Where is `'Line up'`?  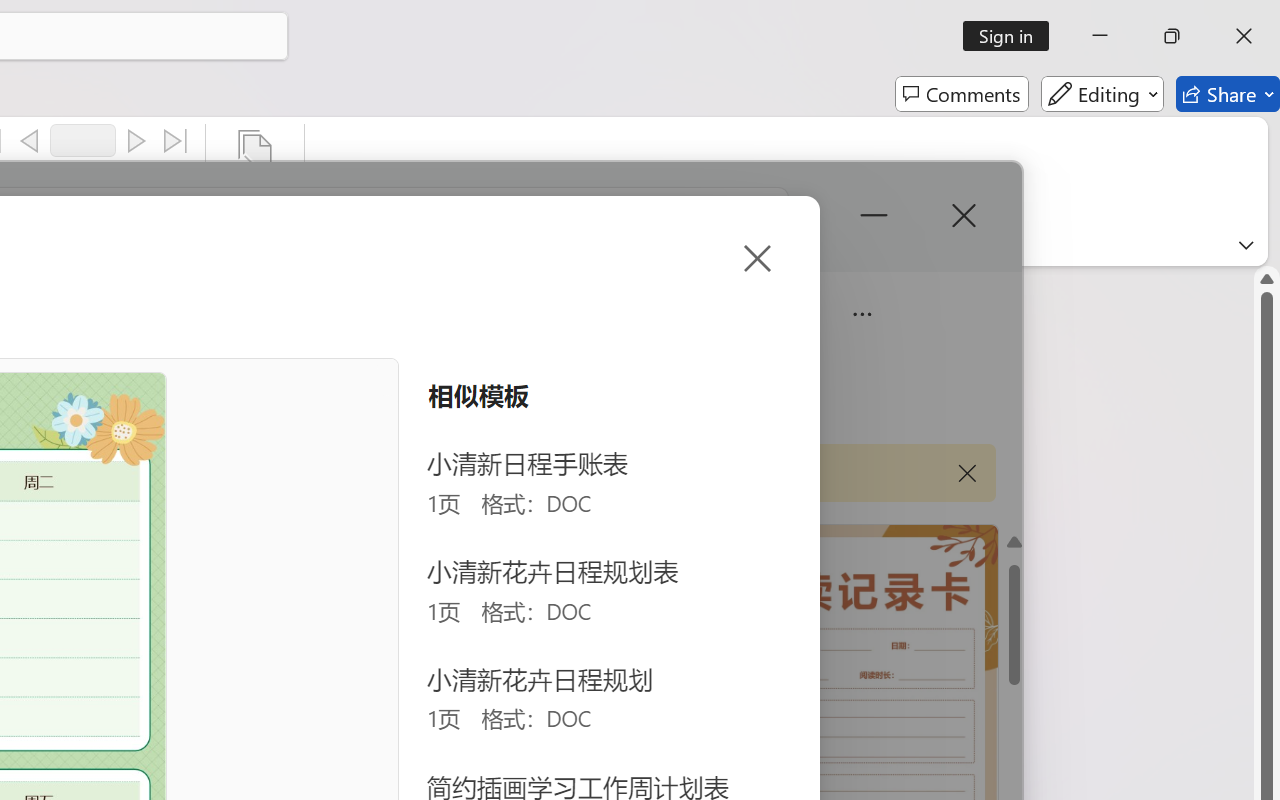
'Line up' is located at coordinates (1266, 278).